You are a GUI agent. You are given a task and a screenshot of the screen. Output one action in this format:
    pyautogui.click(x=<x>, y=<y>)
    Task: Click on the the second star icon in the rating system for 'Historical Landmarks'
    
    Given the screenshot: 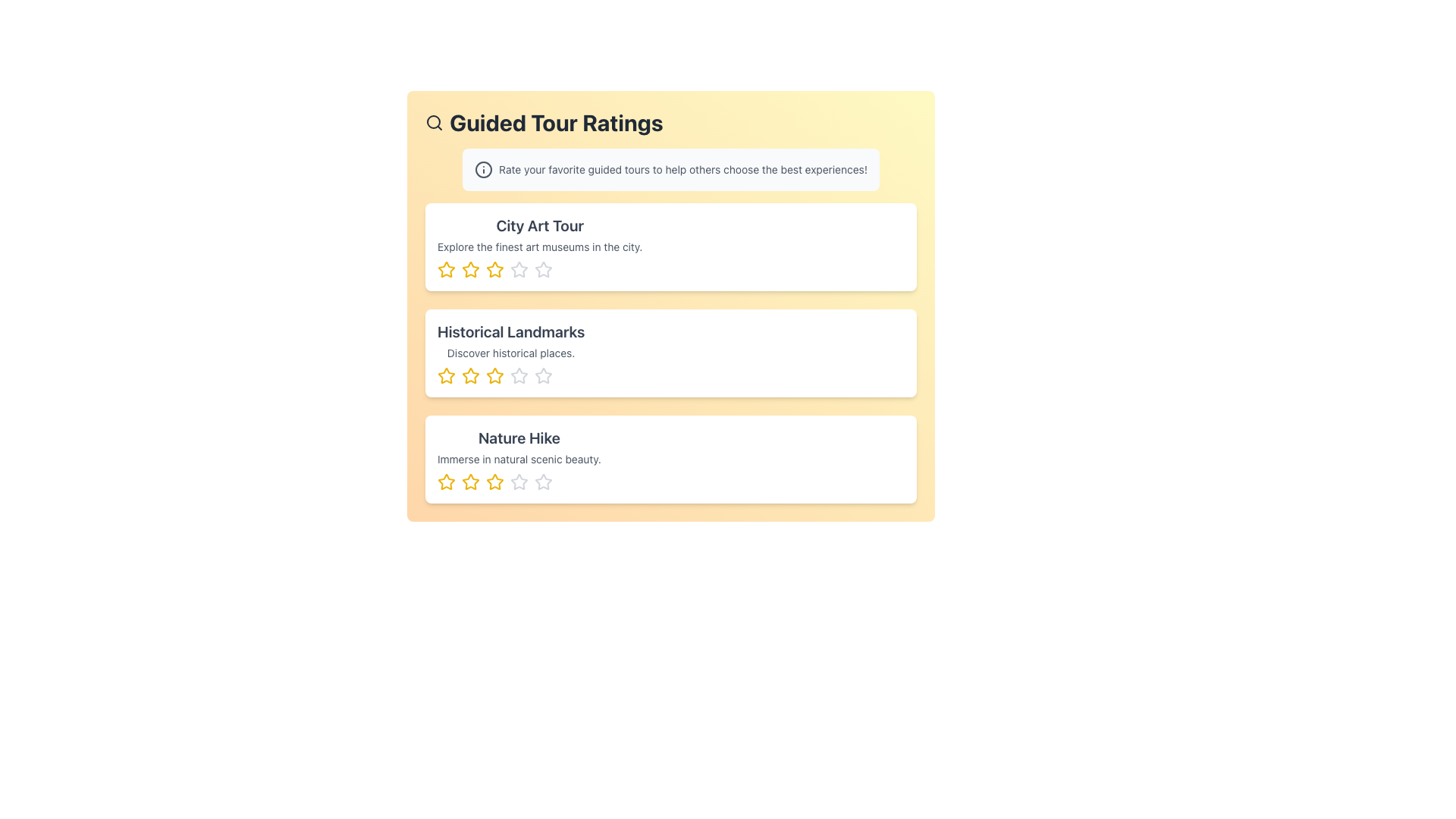 What is the action you would take?
    pyautogui.click(x=469, y=375)
    